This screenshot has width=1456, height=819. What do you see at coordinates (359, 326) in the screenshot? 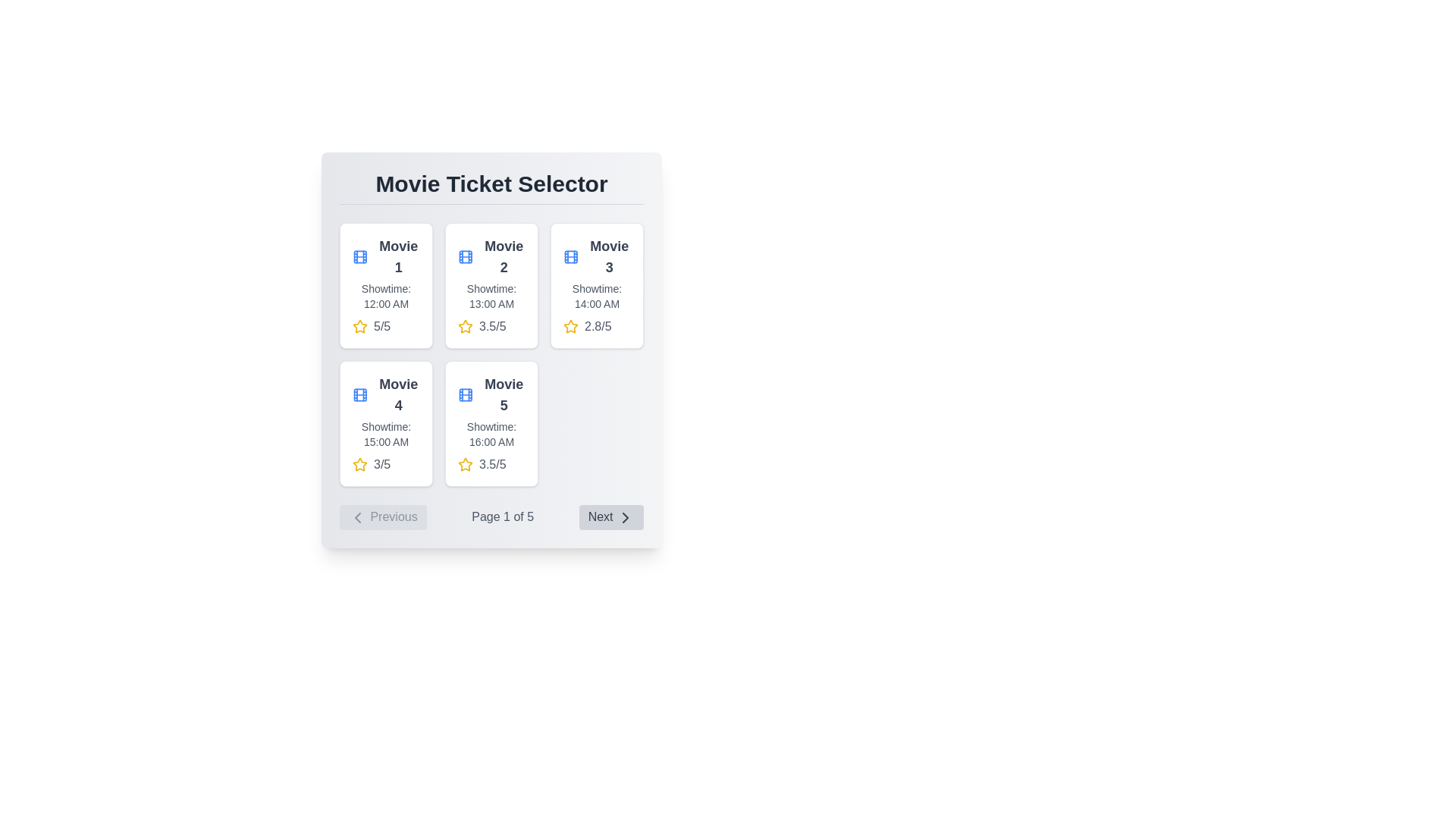
I see `the star icon located within the first movie card, positioned next to the text '5/5' and below the movie title and showtime` at bounding box center [359, 326].